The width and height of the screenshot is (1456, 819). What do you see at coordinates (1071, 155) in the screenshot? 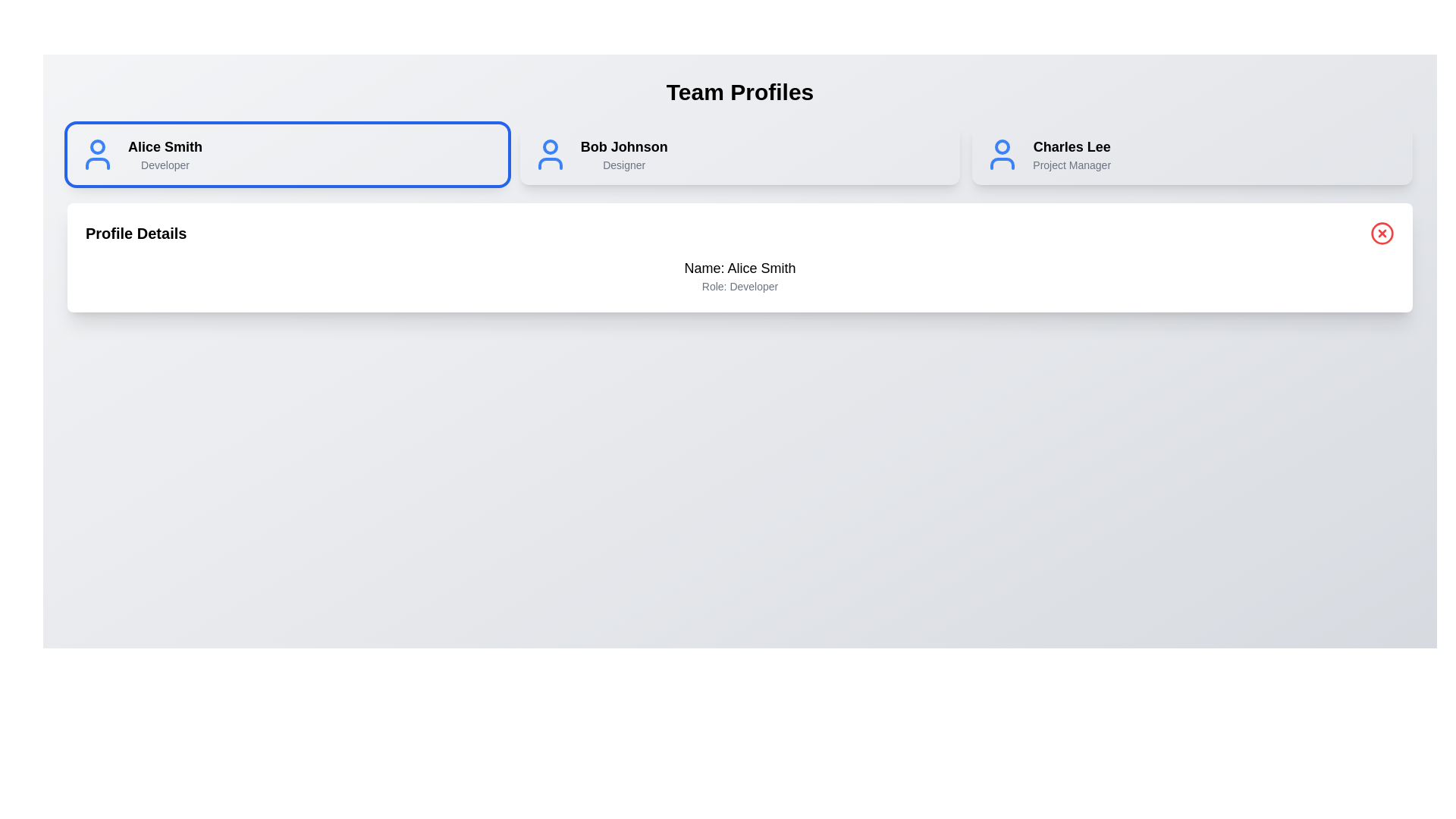
I see `displayed information from the Text label that conveys the name and job title of a team member, positioned on the rightmost side of a group of user profile components under 'Team Profiles'` at bounding box center [1071, 155].